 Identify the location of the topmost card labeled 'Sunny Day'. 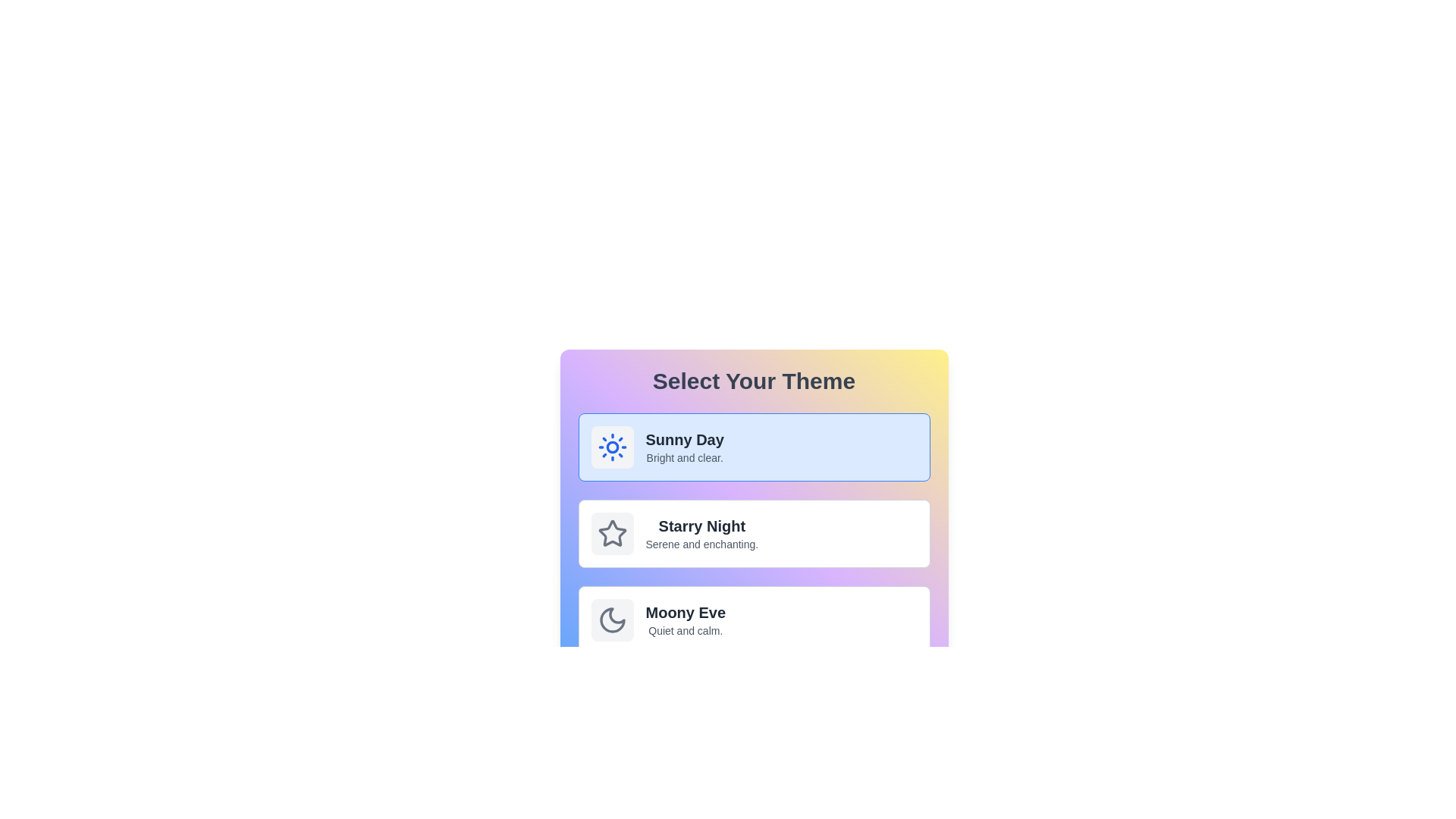
(754, 447).